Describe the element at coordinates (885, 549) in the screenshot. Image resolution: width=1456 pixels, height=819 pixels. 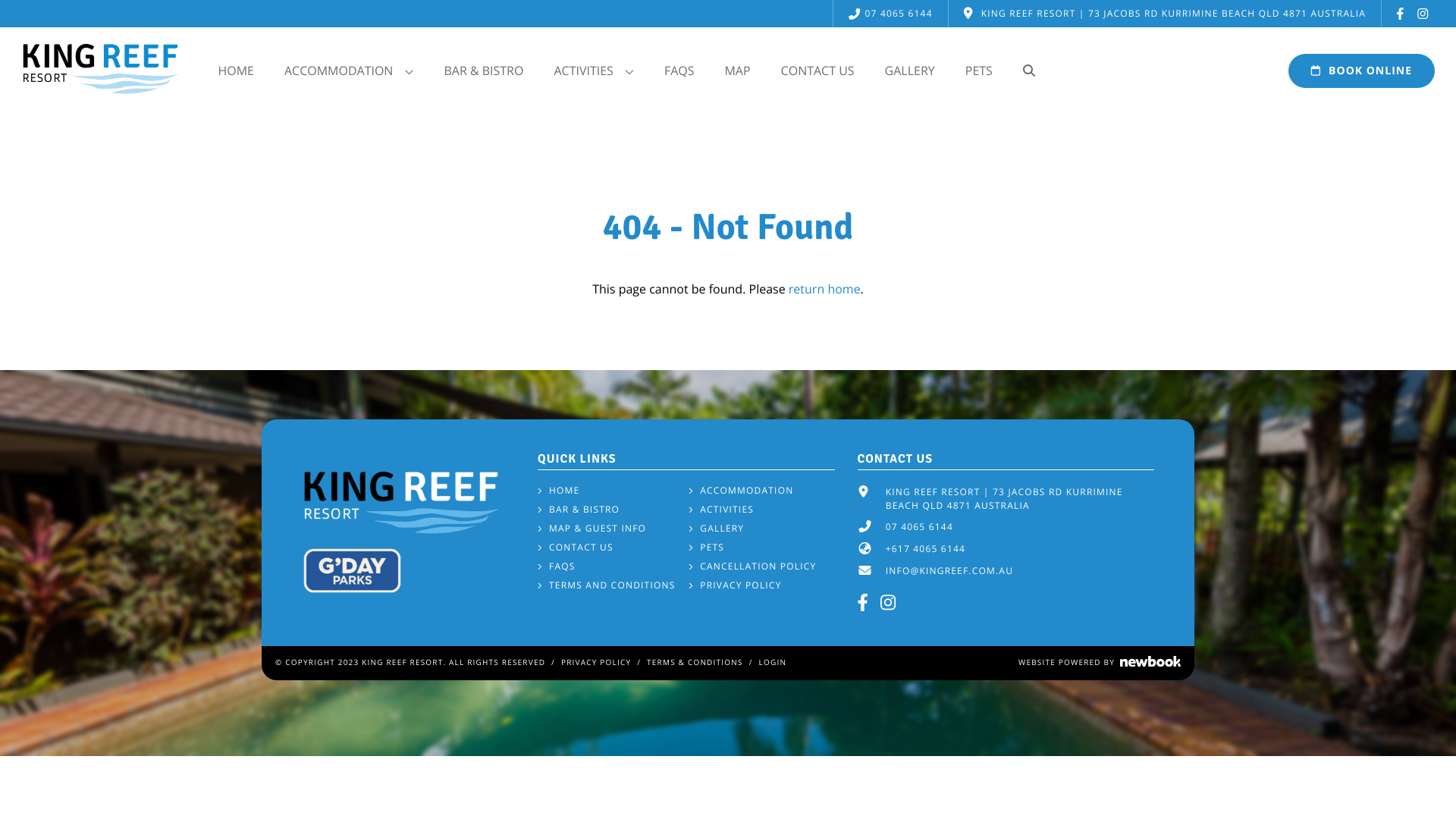
I see `'+617 4065 6144'` at that location.